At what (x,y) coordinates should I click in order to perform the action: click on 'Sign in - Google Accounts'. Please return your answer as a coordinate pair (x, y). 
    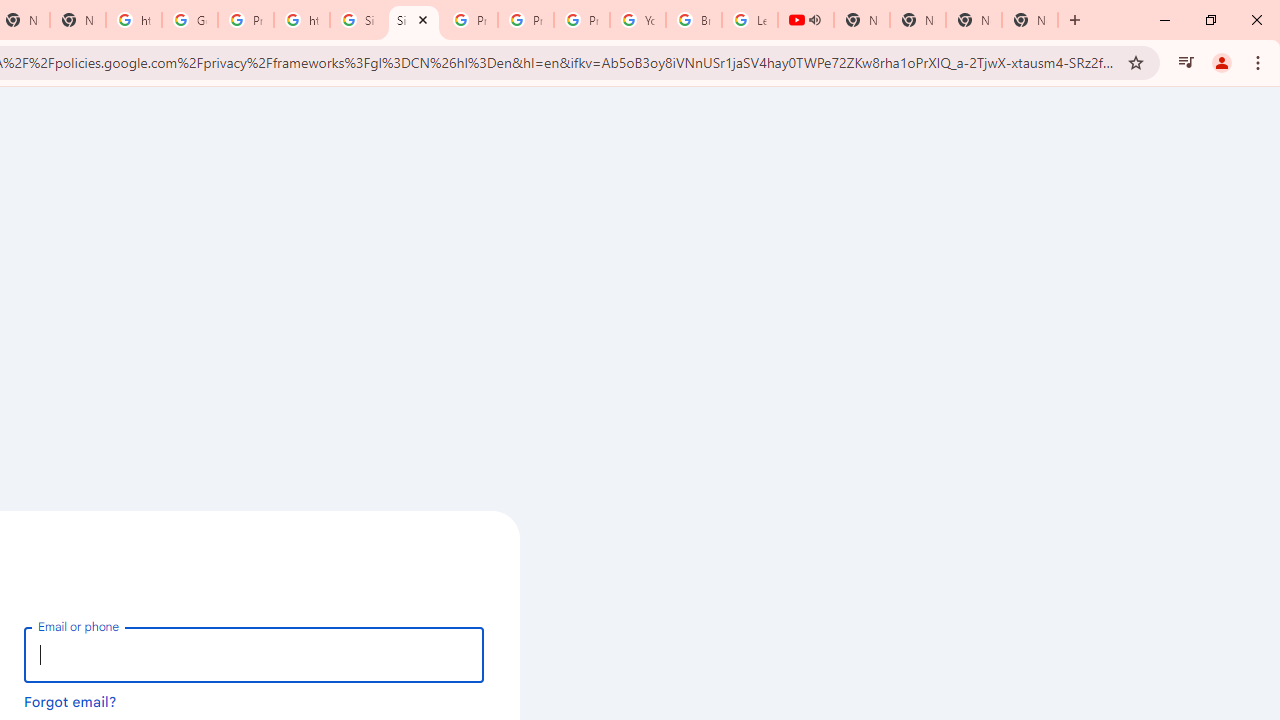
    Looking at the image, I should click on (413, 20).